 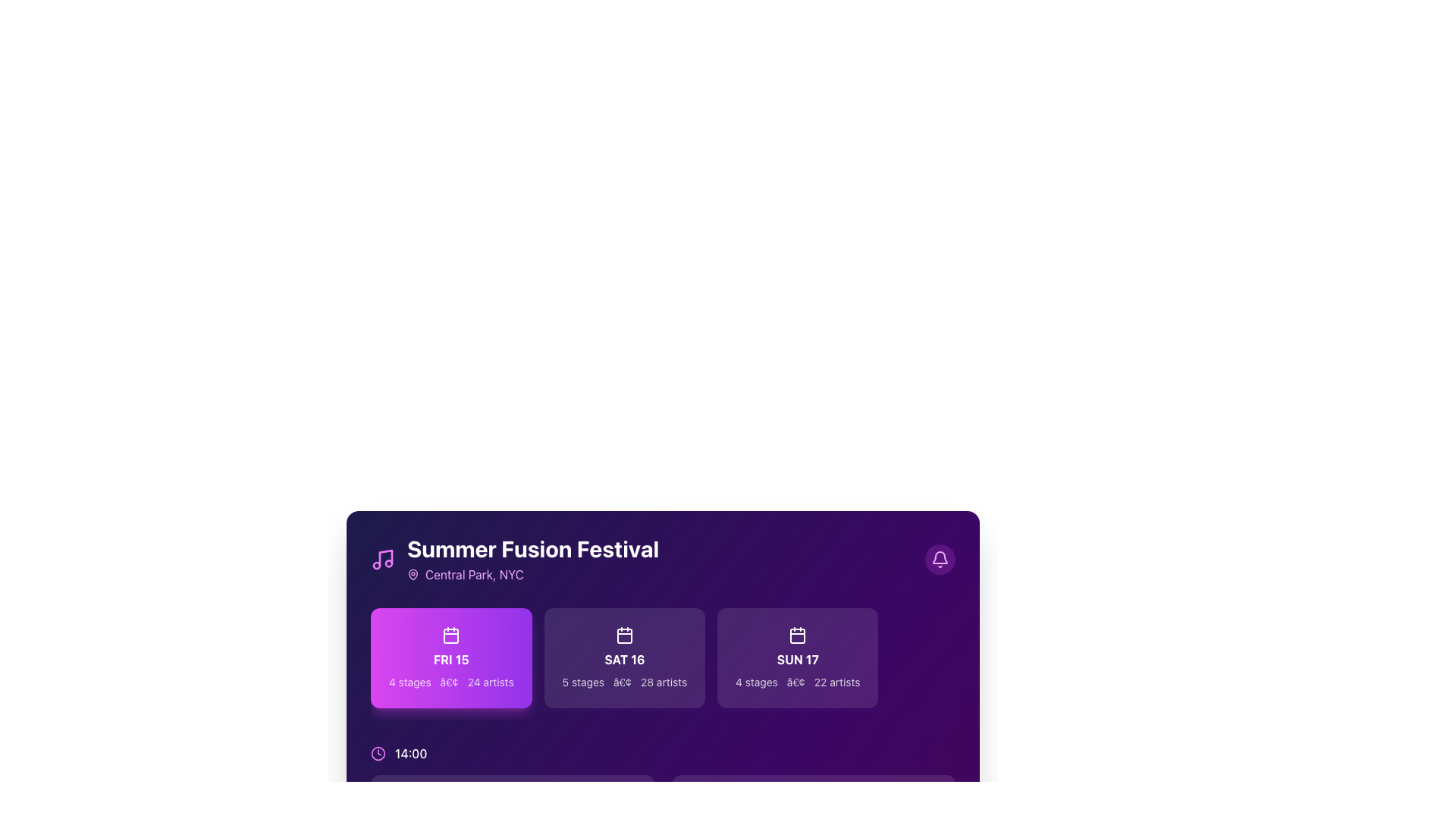 What do you see at coordinates (382, 559) in the screenshot?
I see `the decorative icon located in the top-left corner of the 'Summer Fusion Festival' card, adjacent to the heading` at bounding box center [382, 559].